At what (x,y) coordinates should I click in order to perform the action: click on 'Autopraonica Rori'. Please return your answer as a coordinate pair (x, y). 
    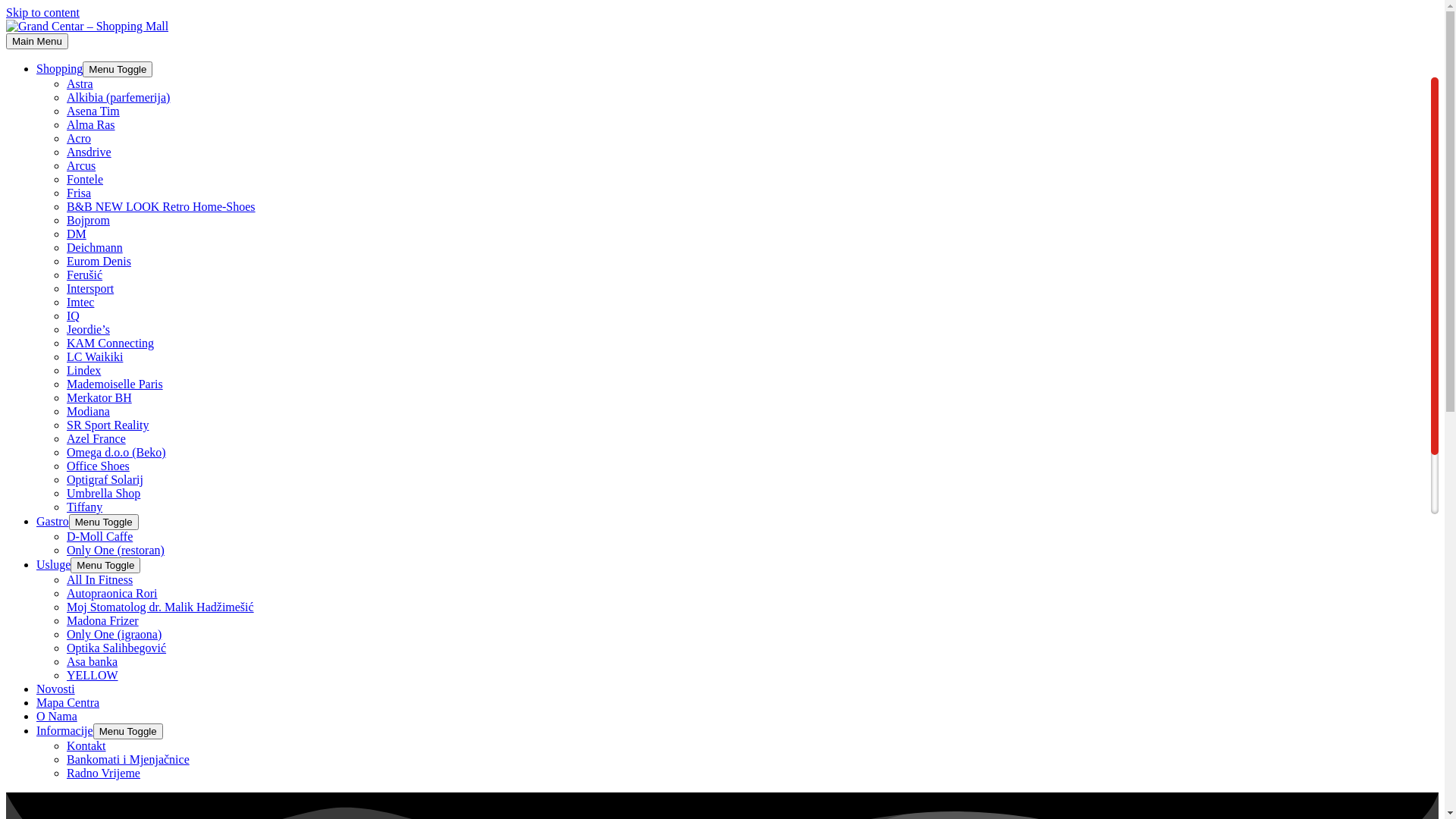
    Looking at the image, I should click on (111, 592).